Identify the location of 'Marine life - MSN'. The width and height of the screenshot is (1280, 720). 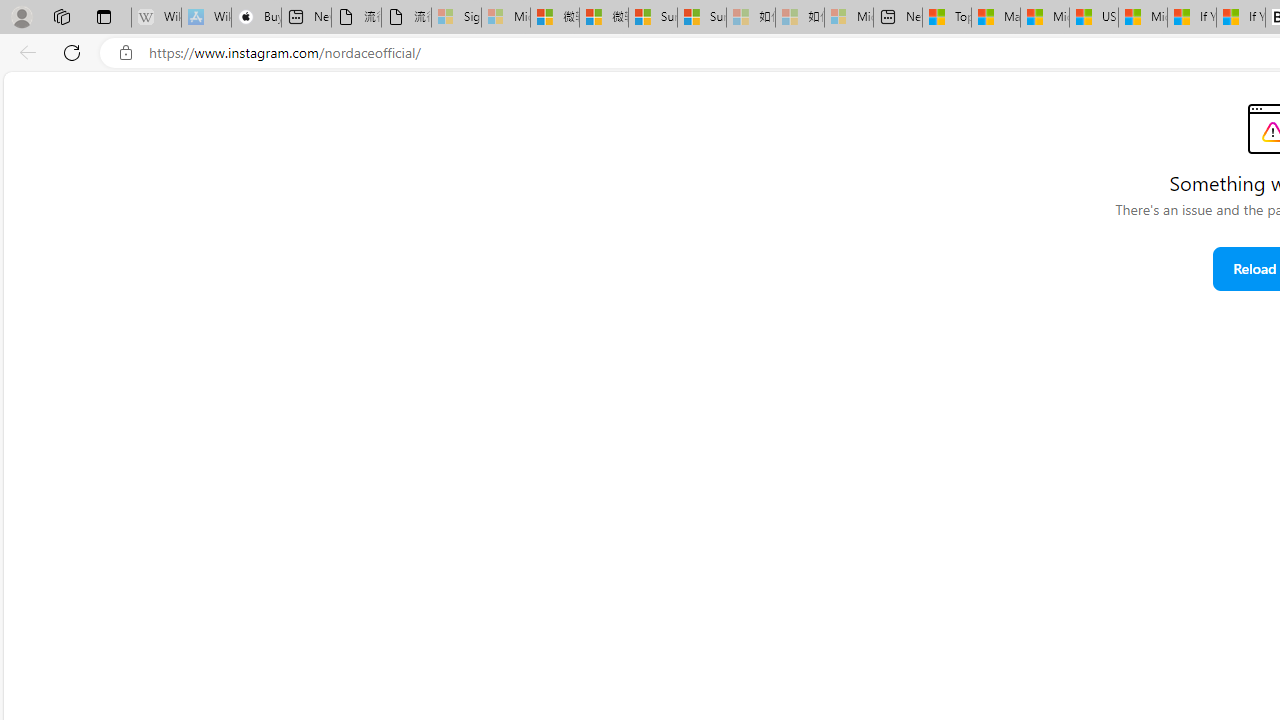
(995, 17).